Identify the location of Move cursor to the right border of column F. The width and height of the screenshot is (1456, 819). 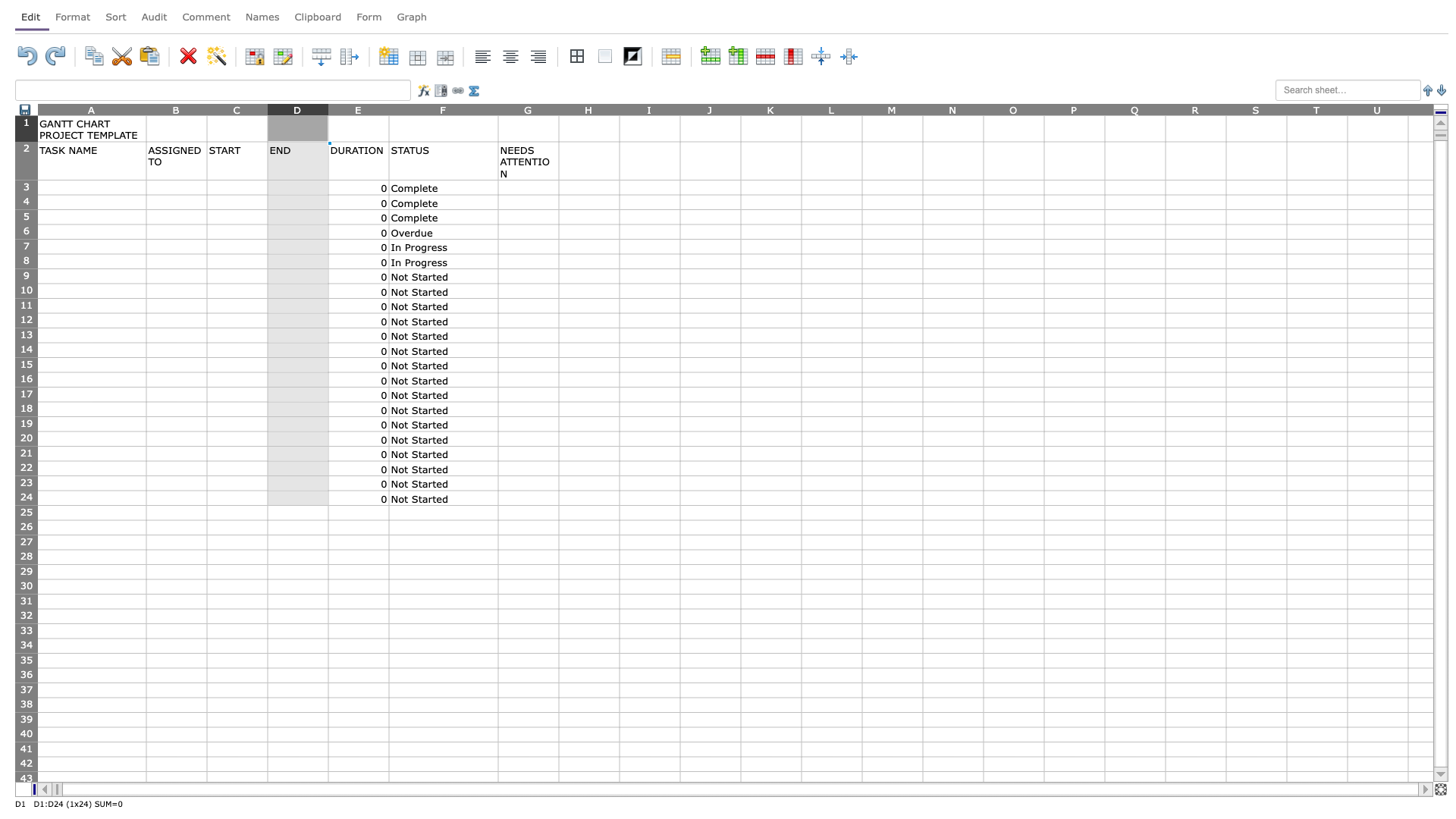
(498, 108).